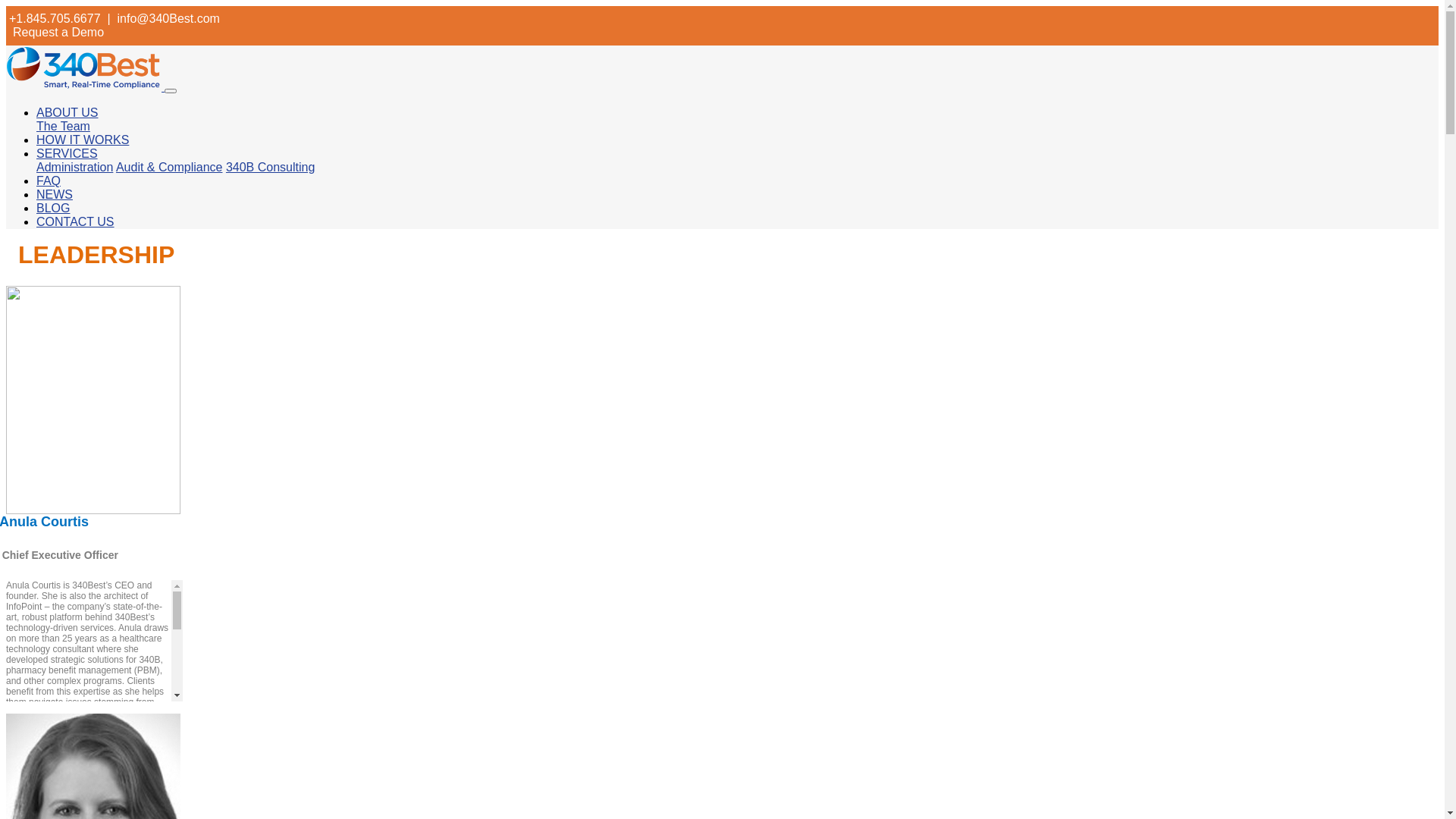 The image size is (1456, 819). Describe the element at coordinates (169, 167) in the screenshot. I see `'Audit & Compliance'` at that location.